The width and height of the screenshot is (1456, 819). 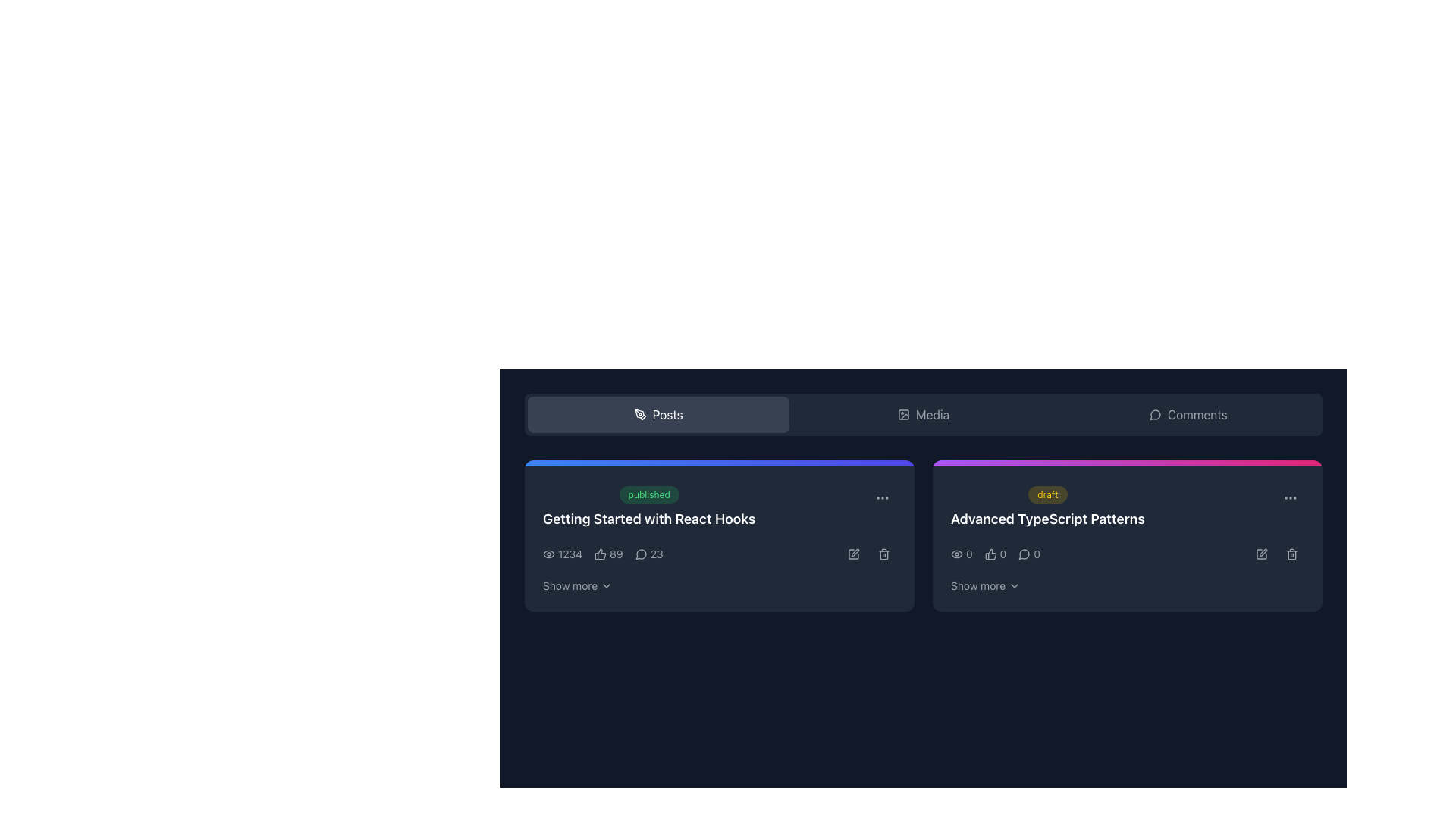 I want to click on the comments or messages icon, so click(x=1154, y=415).